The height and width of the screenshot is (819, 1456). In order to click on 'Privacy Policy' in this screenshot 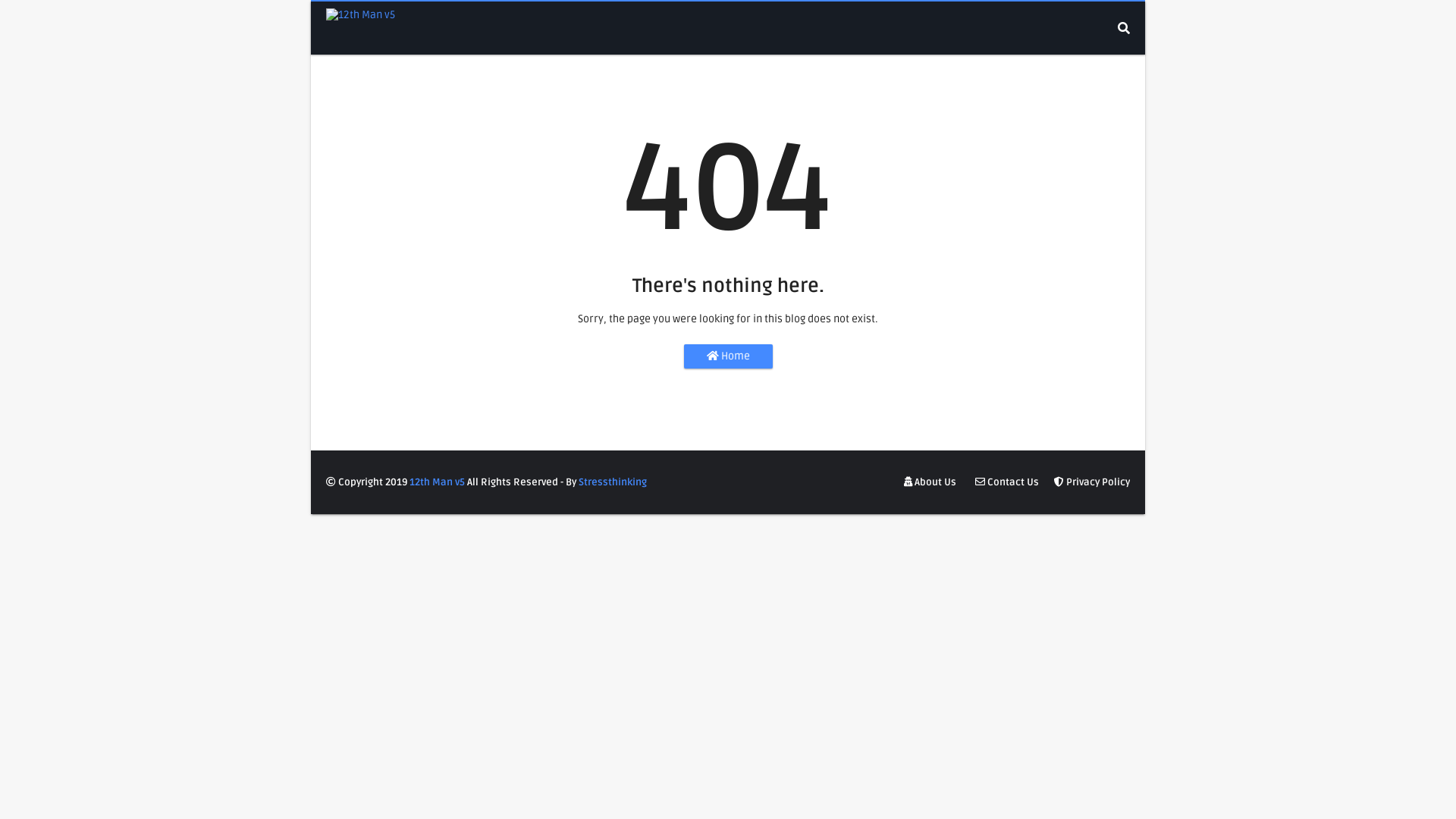, I will do `click(1050, 482)`.